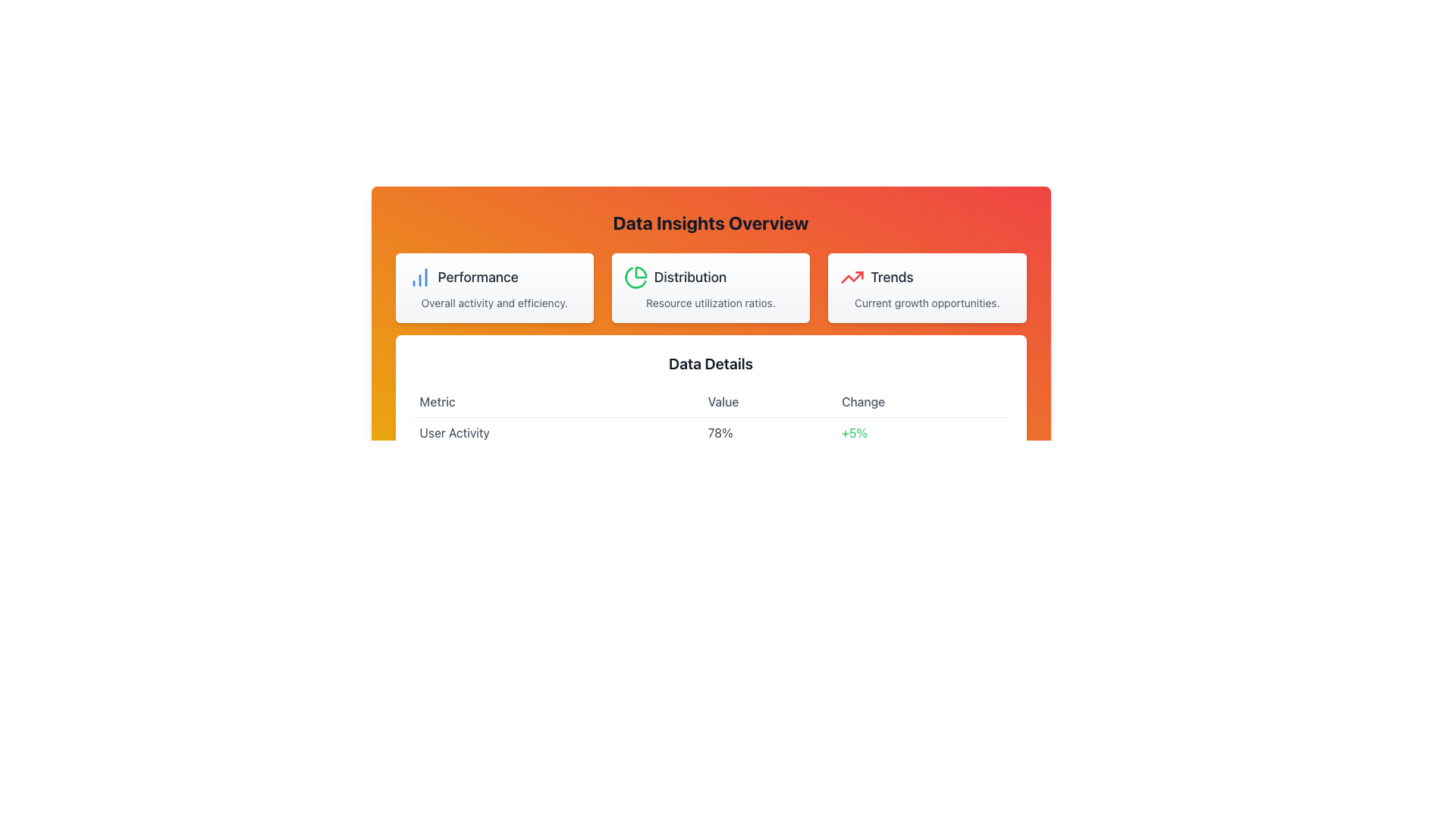  Describe the element at coordinates (710, 288) in the screenshot. I see `text content of the summary card displaying key insights related to distribution metrics, specifically focusing on resource utilization ratios, located in the middle of a row of three horizontally aligned cards` at that location.